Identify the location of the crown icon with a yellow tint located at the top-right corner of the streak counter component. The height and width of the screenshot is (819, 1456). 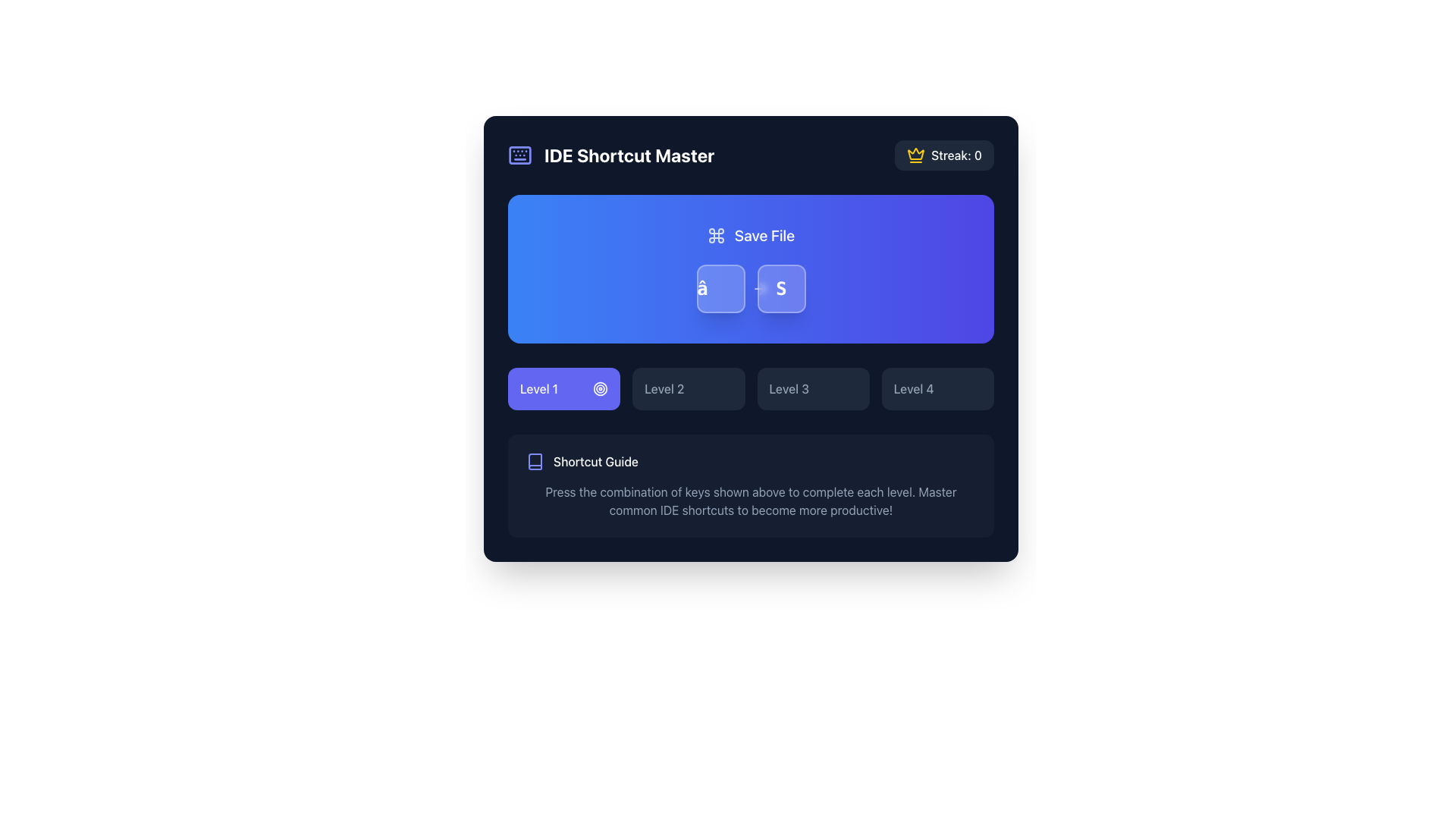
(915, 154).